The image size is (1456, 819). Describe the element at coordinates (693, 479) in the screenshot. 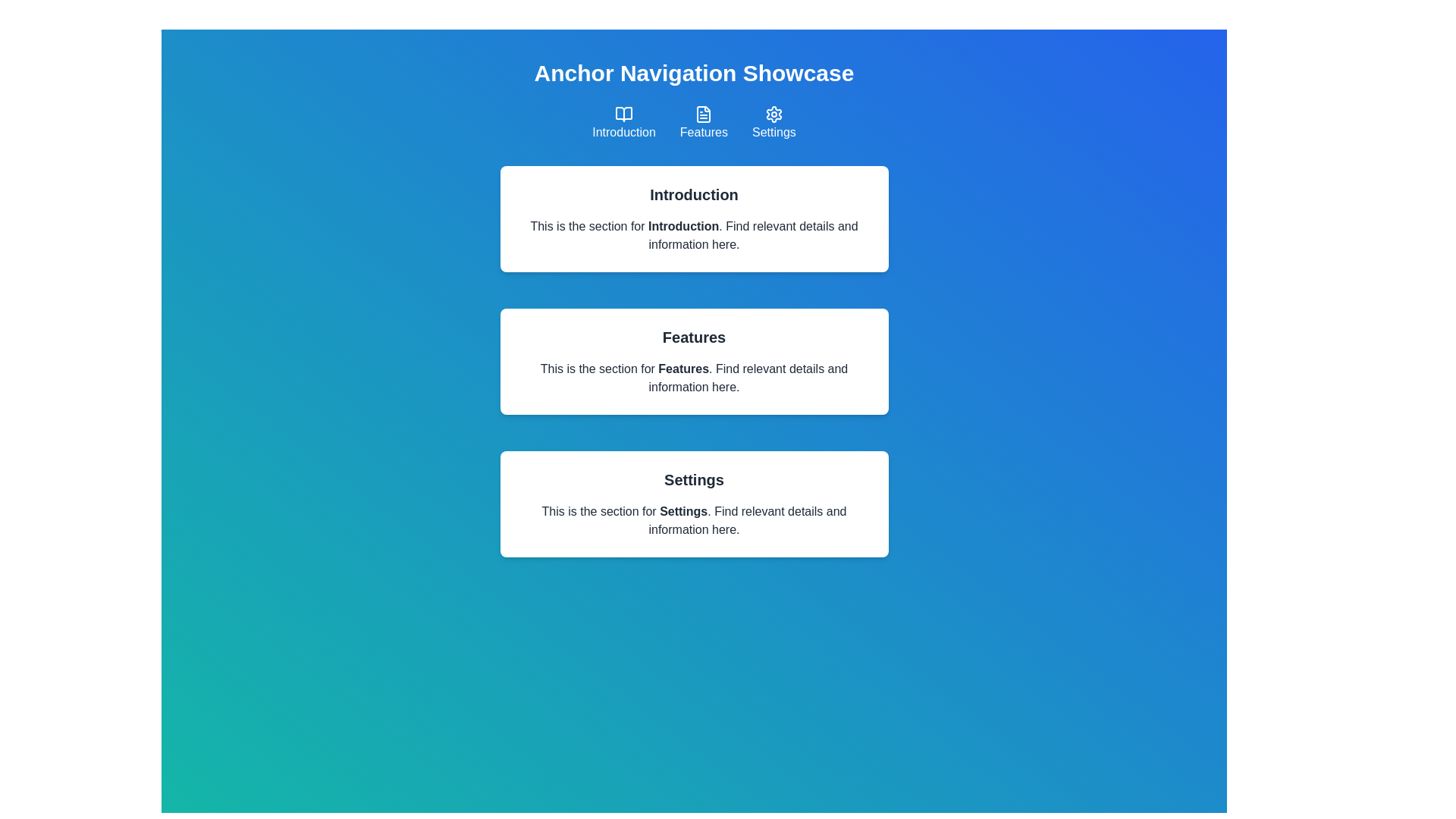

I see `text from the 'Settings' label, which is a bold and large text positioned at the top of a content card, beneath the 'Introduction' and 'Features' headings` at that location.